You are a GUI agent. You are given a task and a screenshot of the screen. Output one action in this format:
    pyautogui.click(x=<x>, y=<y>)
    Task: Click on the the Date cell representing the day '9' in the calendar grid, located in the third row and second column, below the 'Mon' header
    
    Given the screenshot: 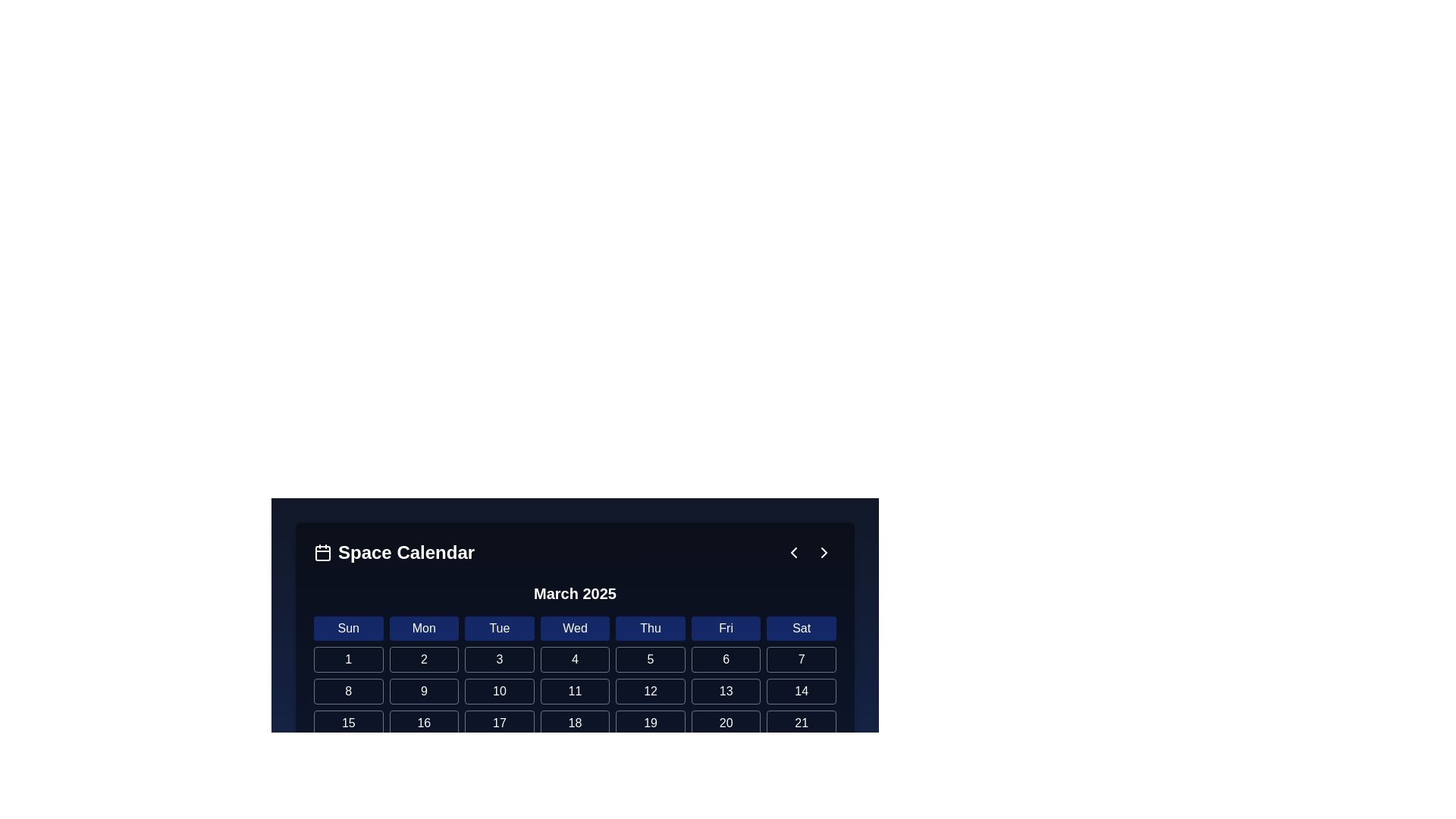 What is the action you would take?
    pyautogui.click(x=424, y=691)
    